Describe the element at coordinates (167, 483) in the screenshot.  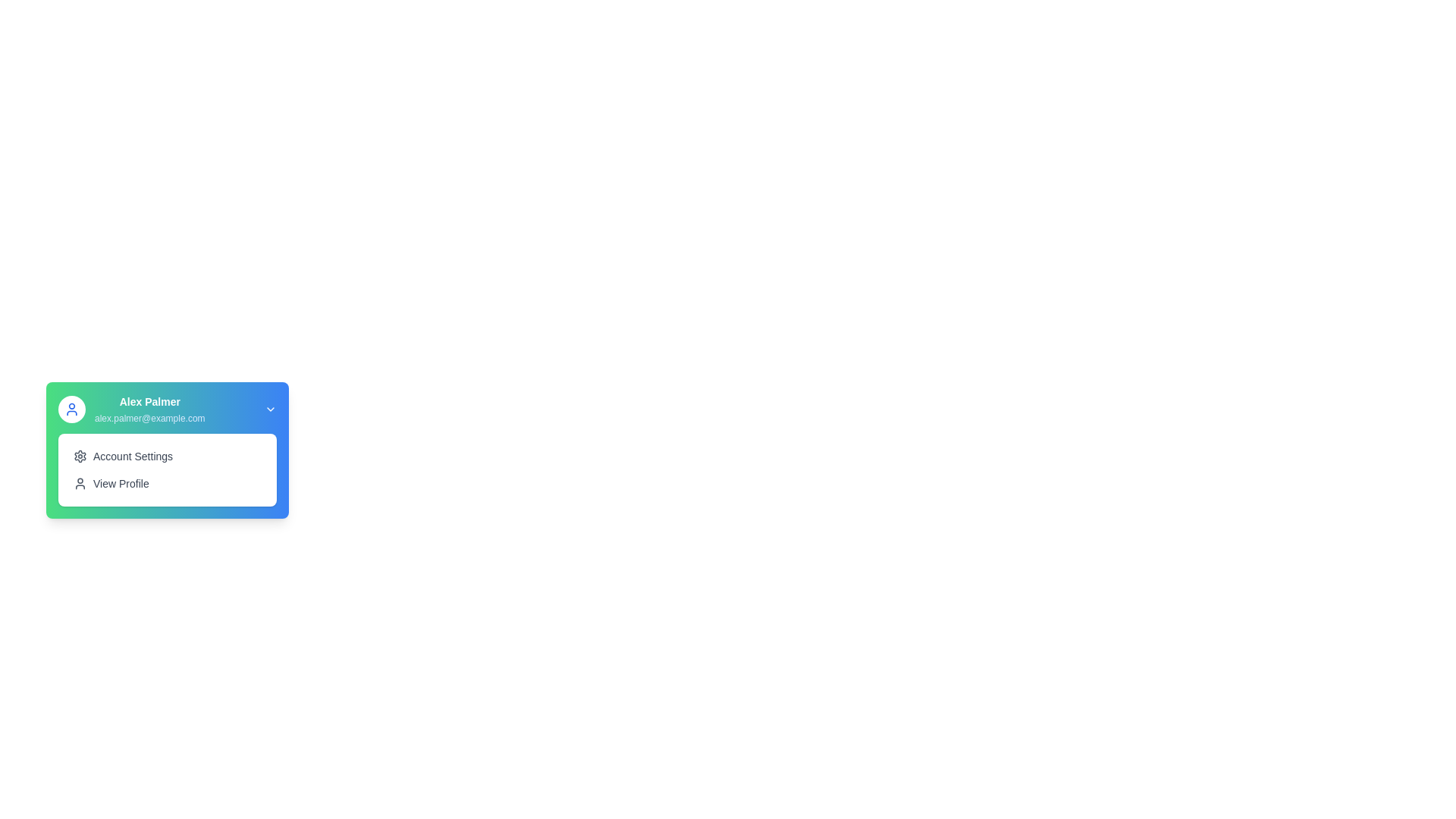
I see `the profile button located below the 'Account Settings' button in the menu` at that location.